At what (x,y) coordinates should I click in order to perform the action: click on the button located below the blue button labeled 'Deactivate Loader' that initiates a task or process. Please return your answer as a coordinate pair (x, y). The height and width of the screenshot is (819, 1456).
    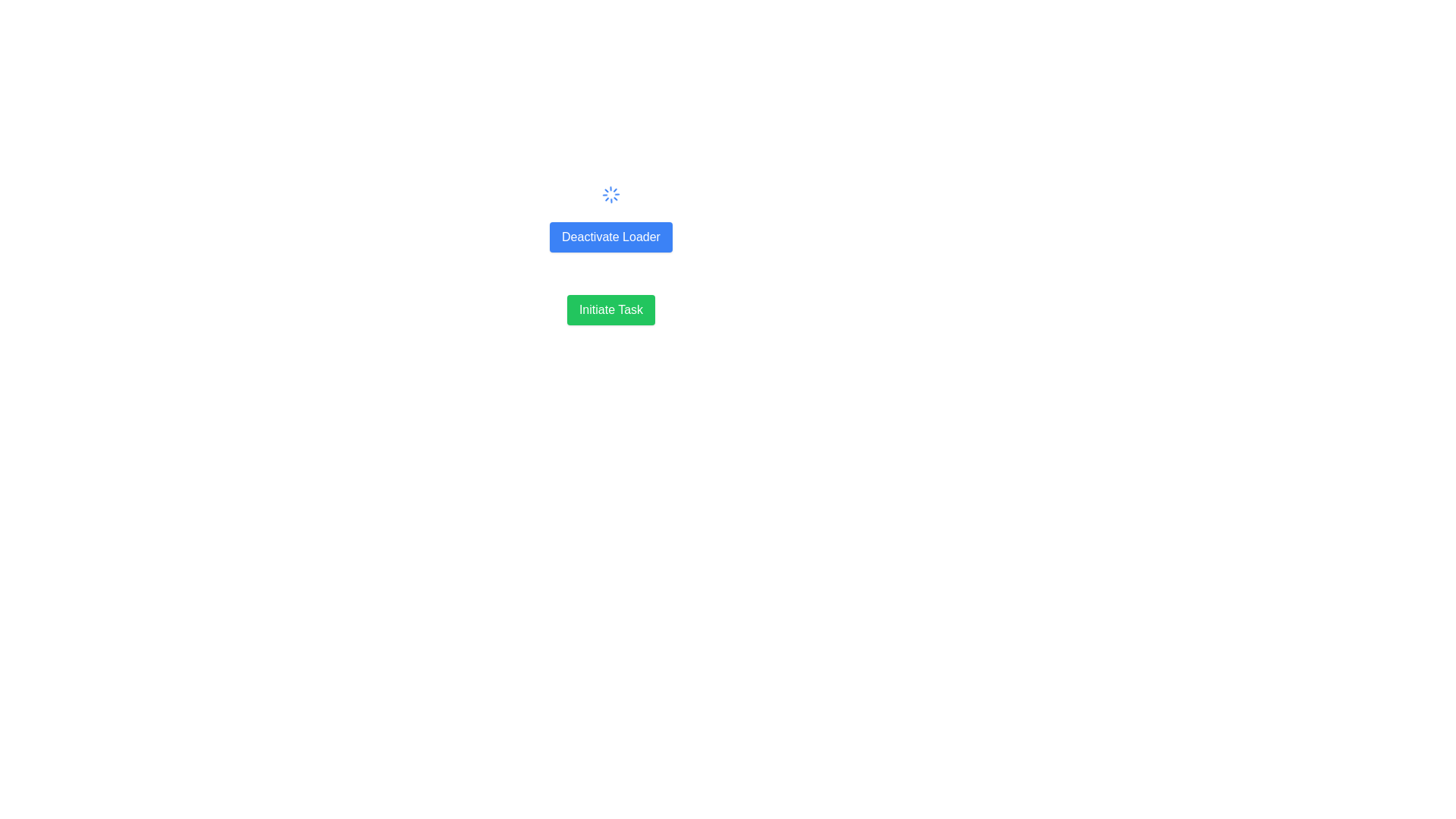
    Looking at the image, I should click on (611, 309).